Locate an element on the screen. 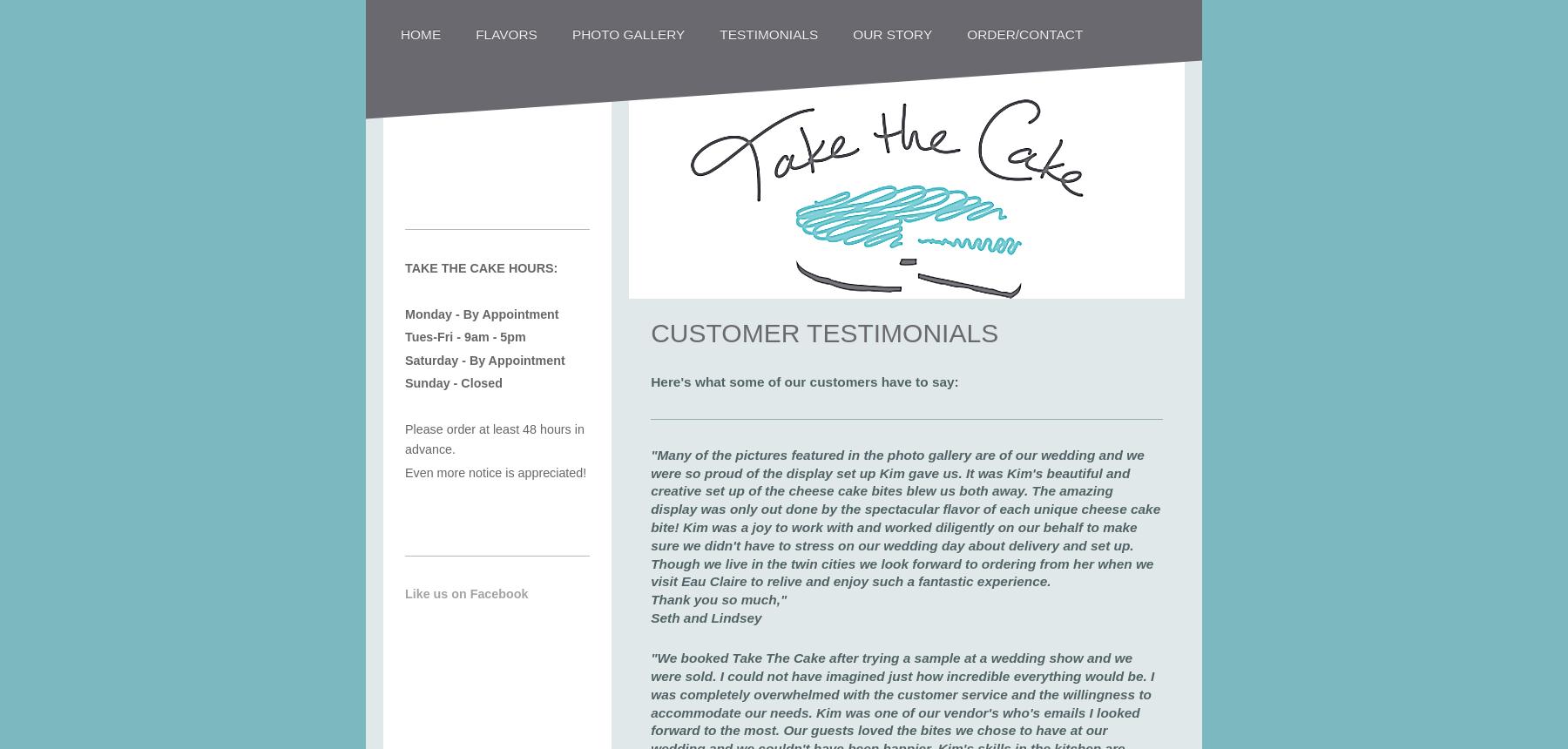  'Order/Contact' is located at coordinates (1024, 33).